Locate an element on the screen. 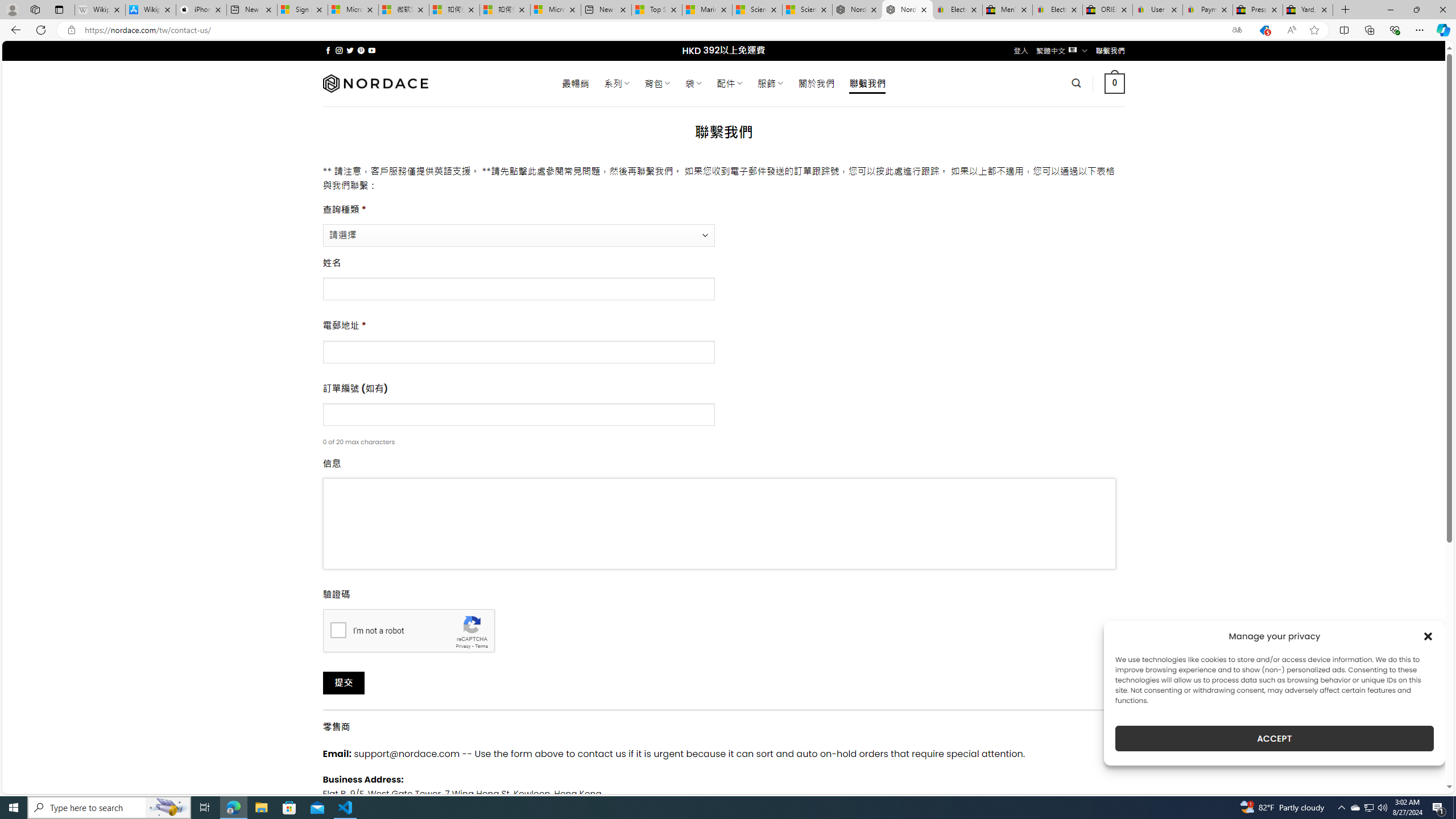 The width and height of the screenshot is (1456, 819). 'Microsoft account | Account Checkup' is located at coordinates (555, 9).